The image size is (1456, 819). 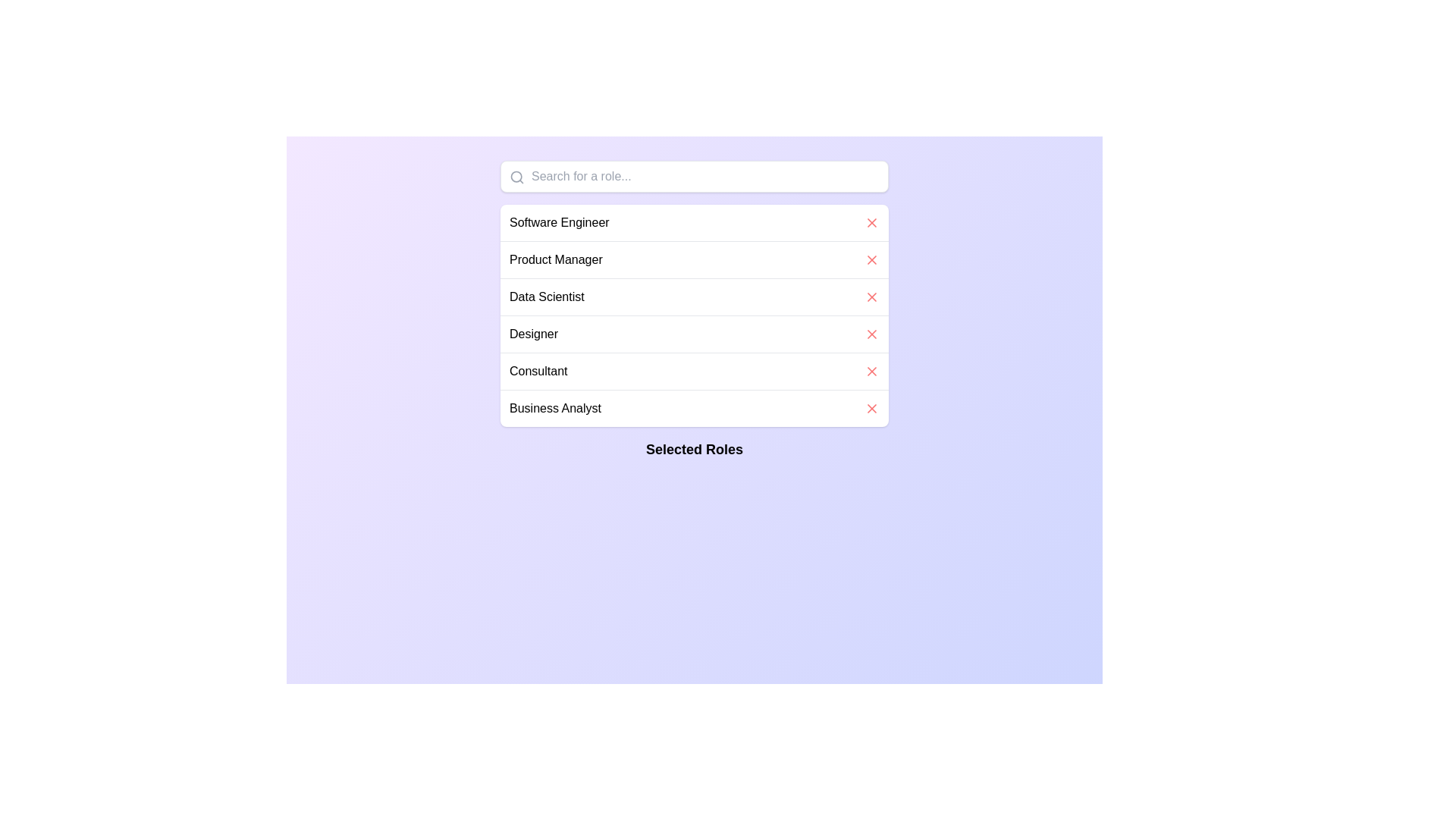 I want to click on the SVG Icon Button located to the far right of the 'Software Engineer' role in the list, so click(x=872, y=222).